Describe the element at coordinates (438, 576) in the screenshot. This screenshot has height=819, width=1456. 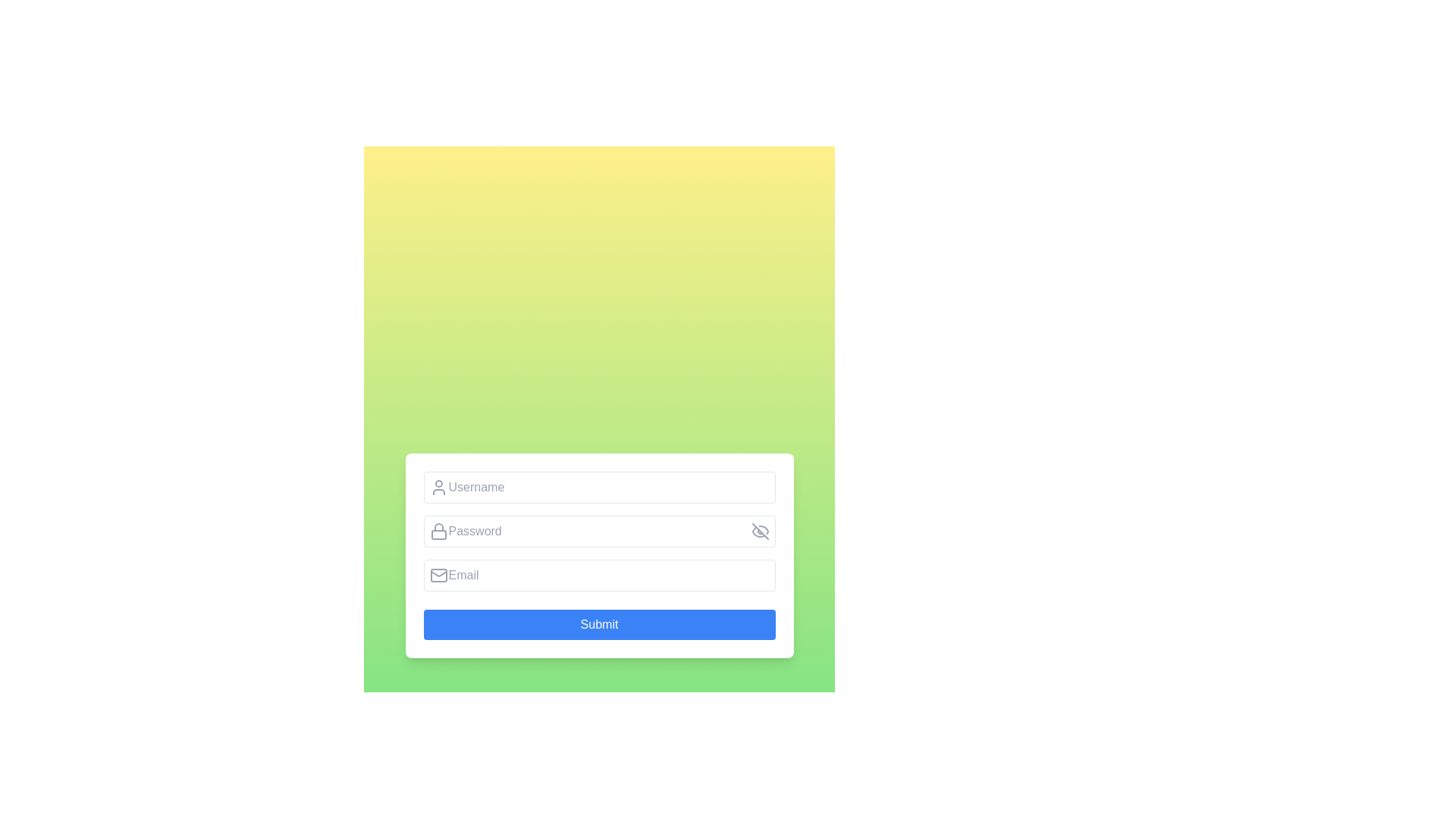
I see `the email icon located to the far left within the email input field, adjacent to the field labeled 'Email', which visually indicates the purpose of the input for an email address` at that location.